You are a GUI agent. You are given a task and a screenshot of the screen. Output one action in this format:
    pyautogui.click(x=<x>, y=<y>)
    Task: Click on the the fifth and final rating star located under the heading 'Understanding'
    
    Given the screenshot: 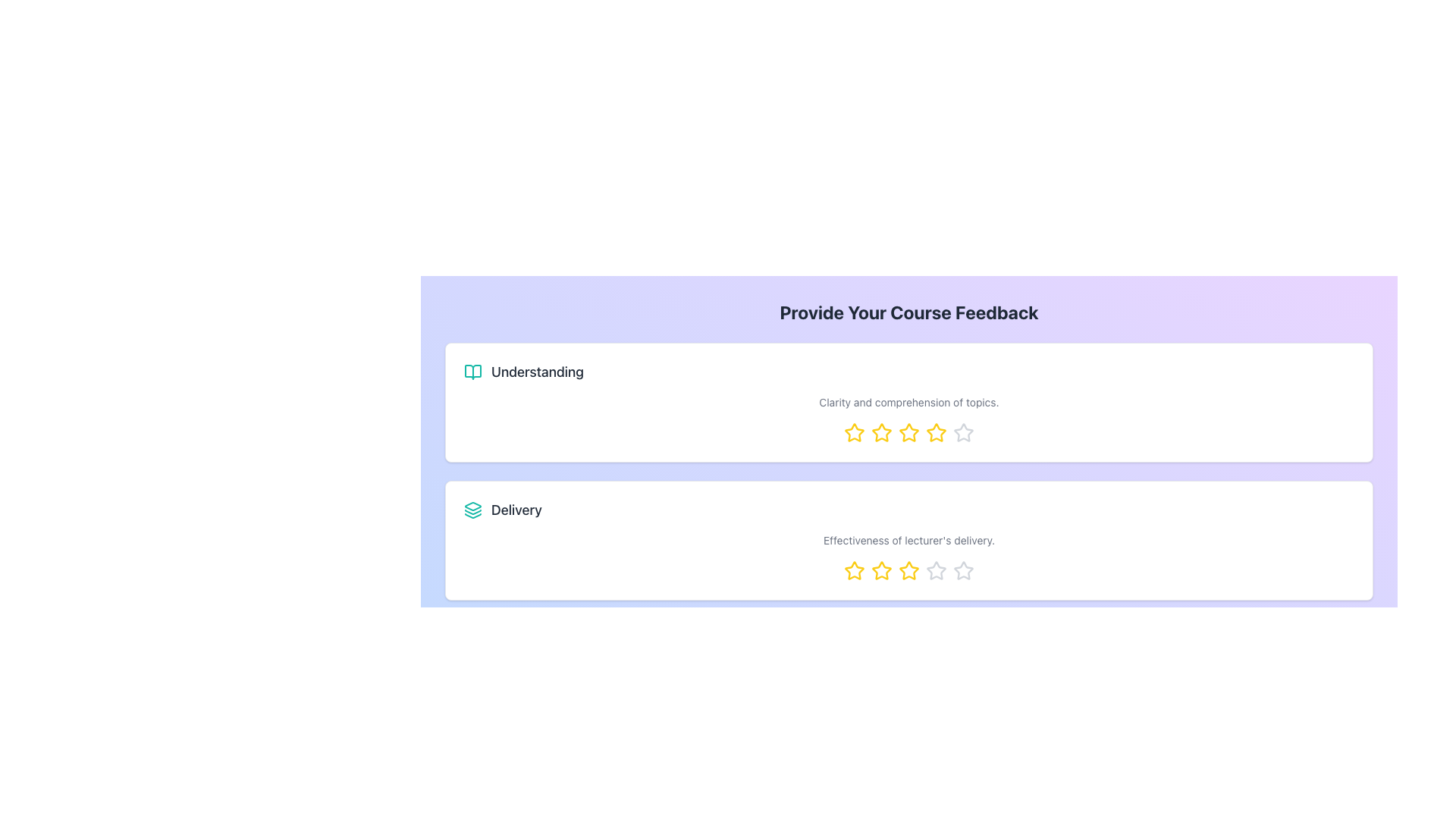 What is the action you would take?
    pyautogui.click(x=963, y=432)
    